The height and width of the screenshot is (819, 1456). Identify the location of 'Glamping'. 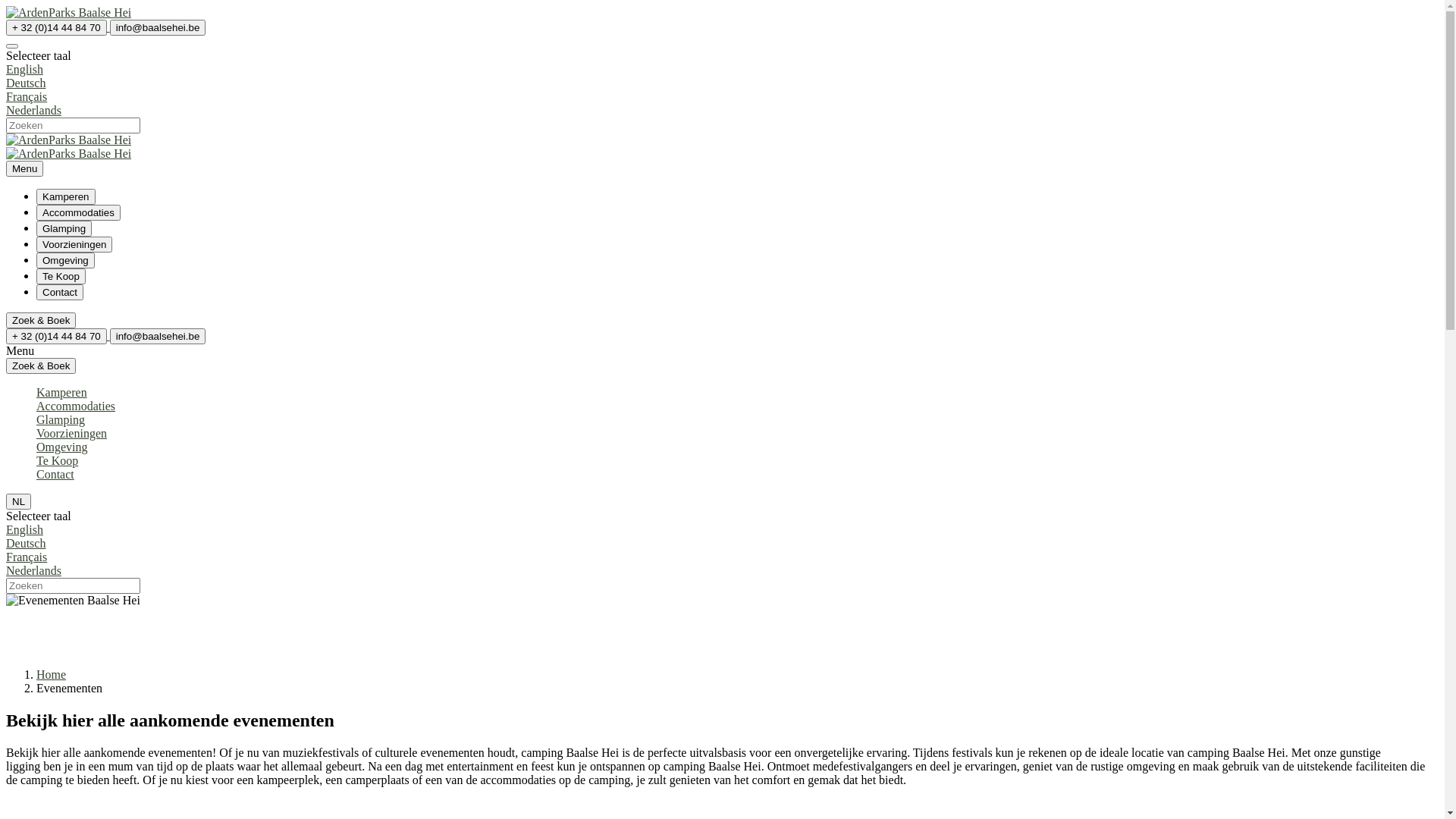
(63, 227).